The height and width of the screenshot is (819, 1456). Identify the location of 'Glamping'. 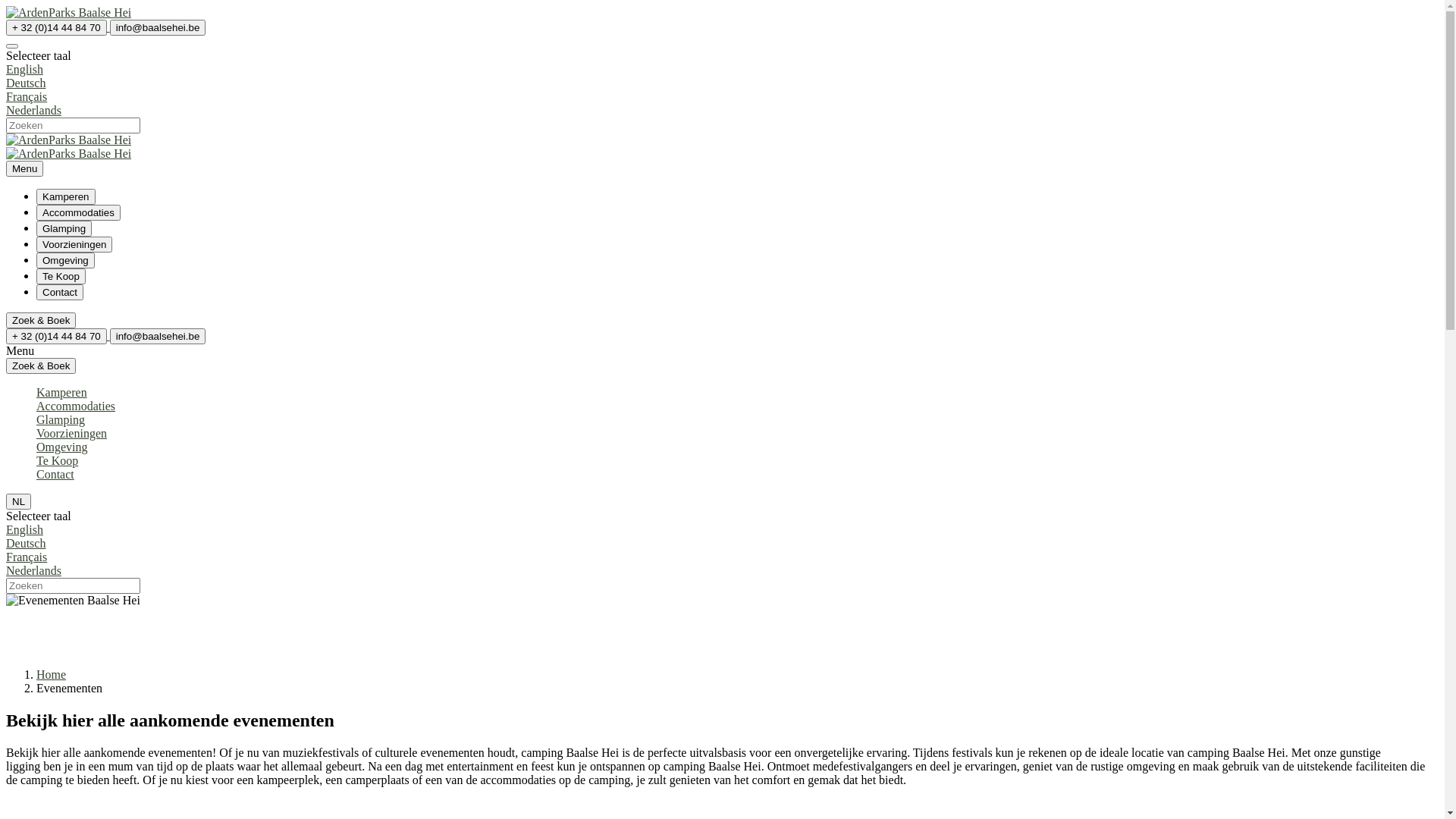
(63, 227).